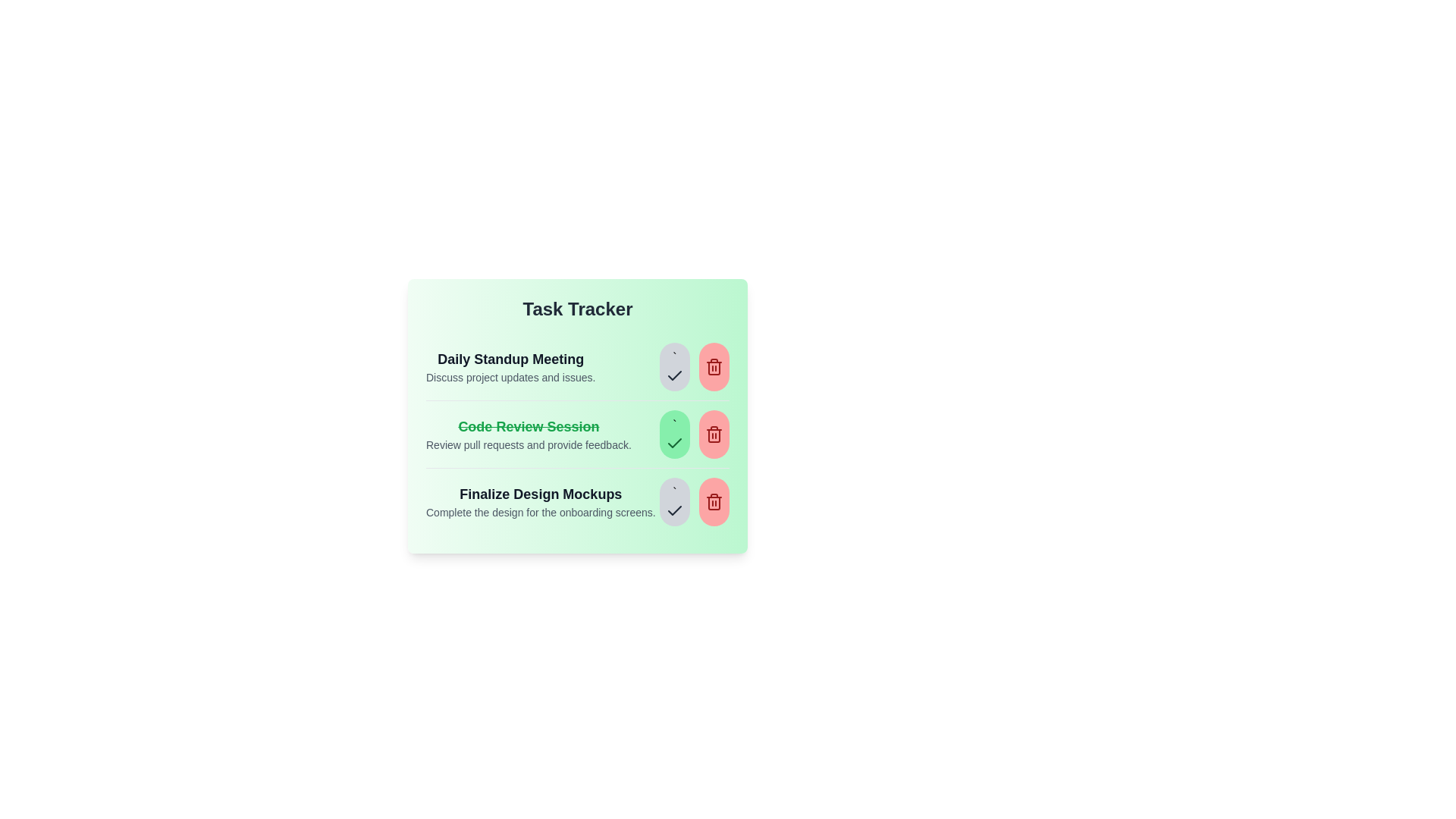  What do you see at coordinates (713, 435) in the screenshot?
I see `the delete button for the task identified by Code Review Session` at bounding box center [713, 435].